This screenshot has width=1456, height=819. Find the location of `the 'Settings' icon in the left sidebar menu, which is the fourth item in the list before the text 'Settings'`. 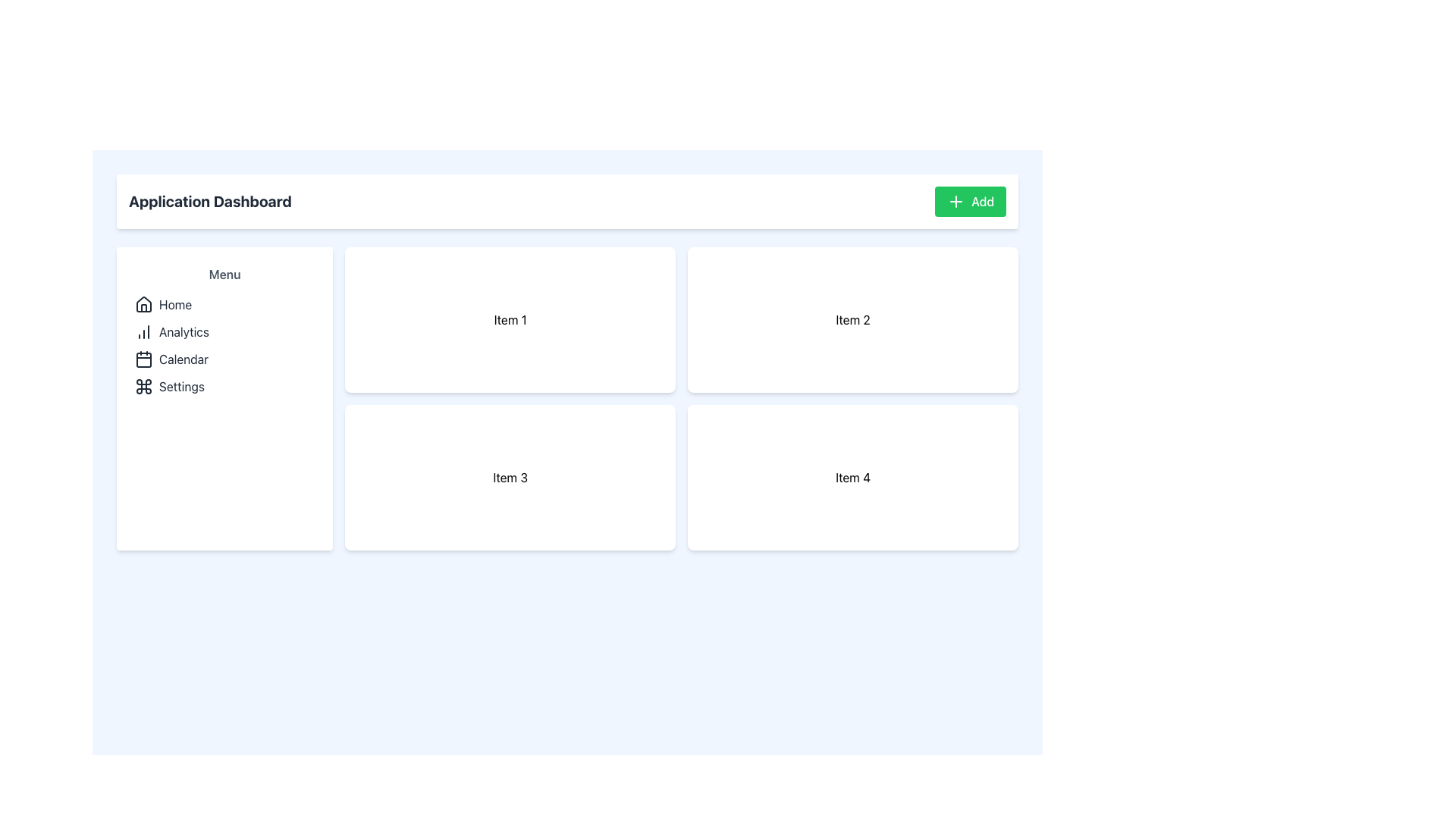

the 'Settings' icon in the left sidebar menu, which is the fourth item in the list before the text 'Settings' is located at coordinates (144, 385).